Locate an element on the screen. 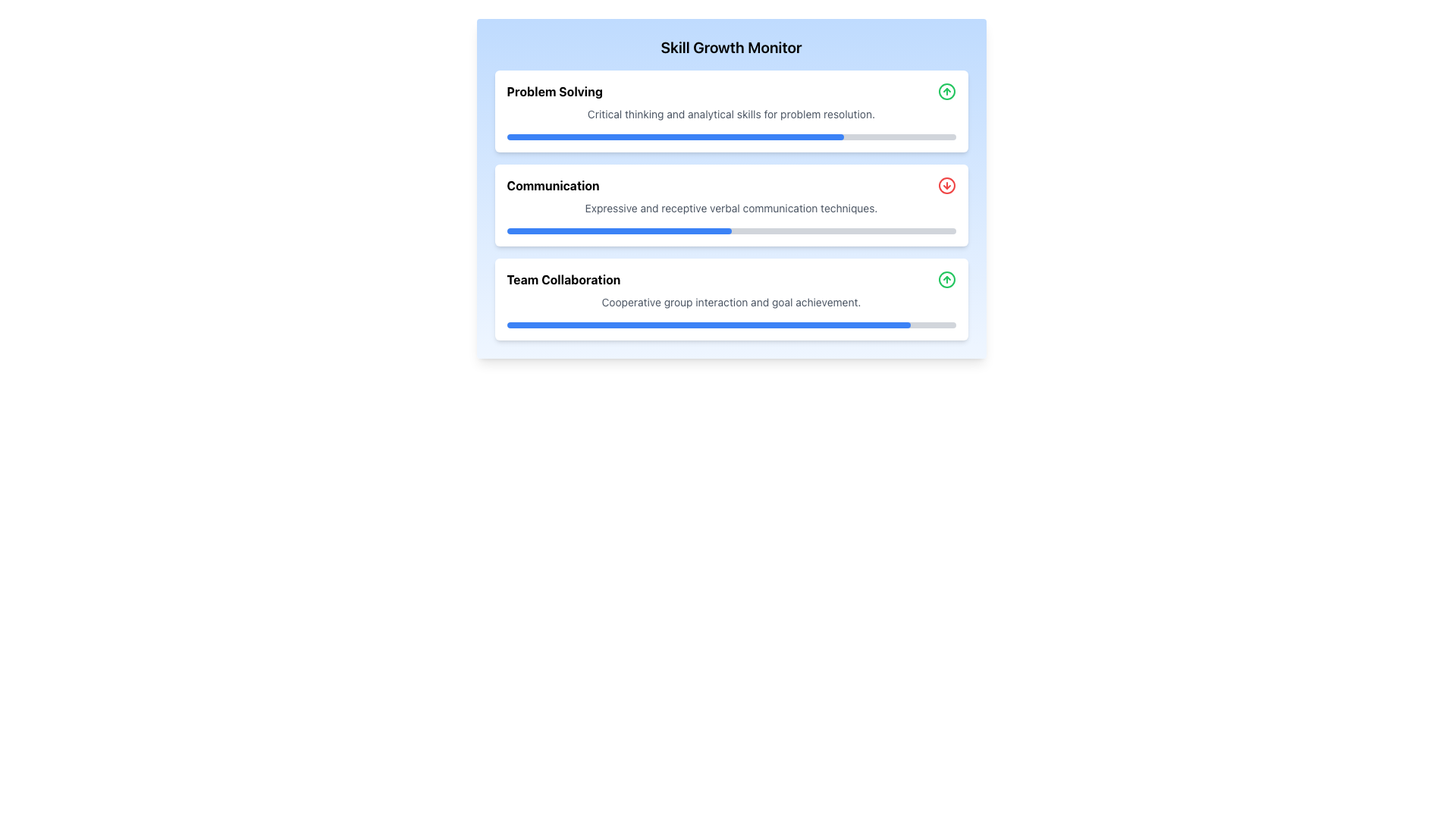 Image resolution: width=1456 pixels, height=819 pixels. the red circular icon with a downward arrow located next to the 'Communication' section in the Skill Growth Monitor interface is located at coordinates (946, 185).